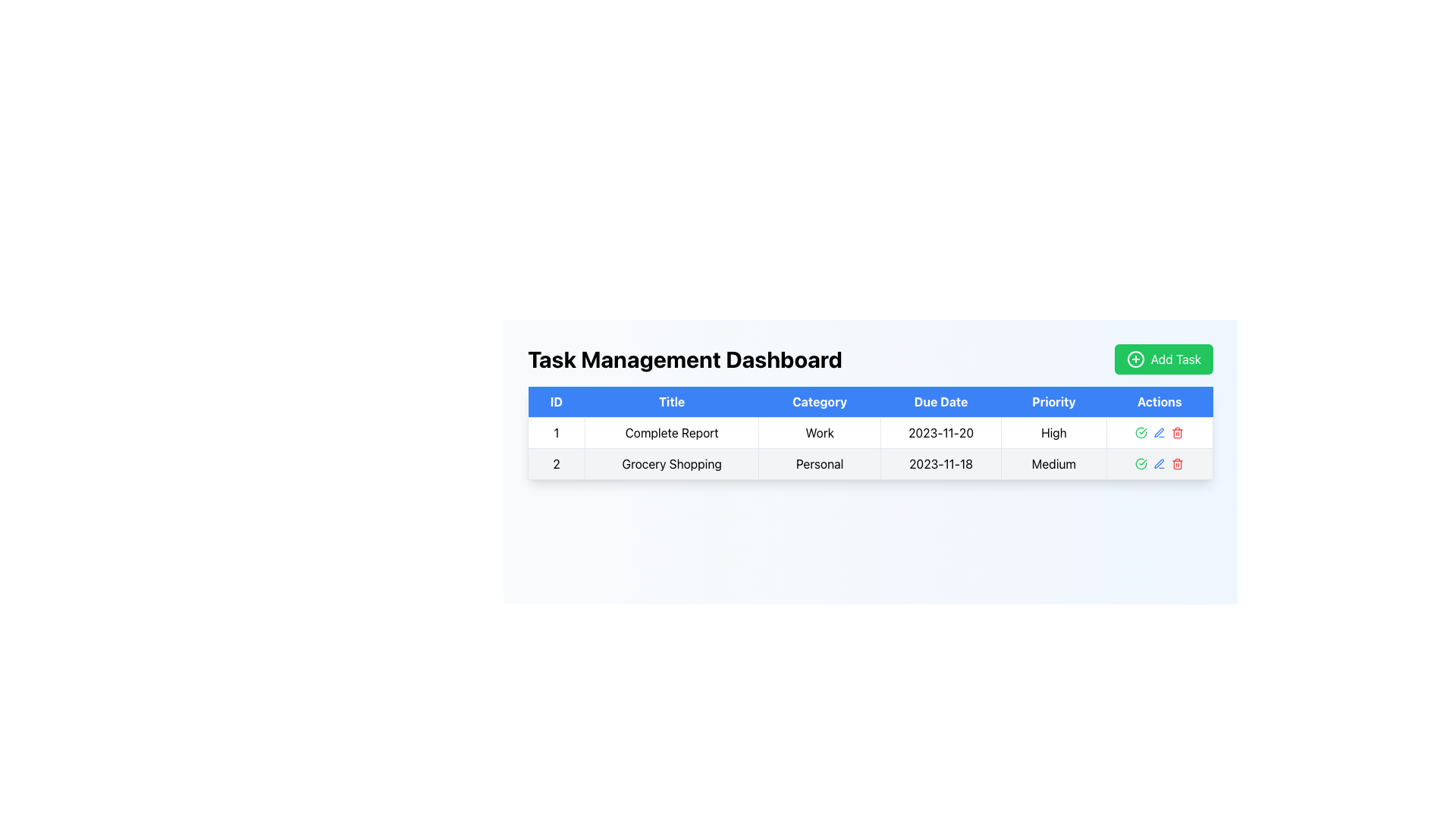 The height and width of the screenshot is (819, 1456). I want to click on the green checkmark icon in the 'Actions' column of the second row to observe the hover effect, so click(1141, 432).